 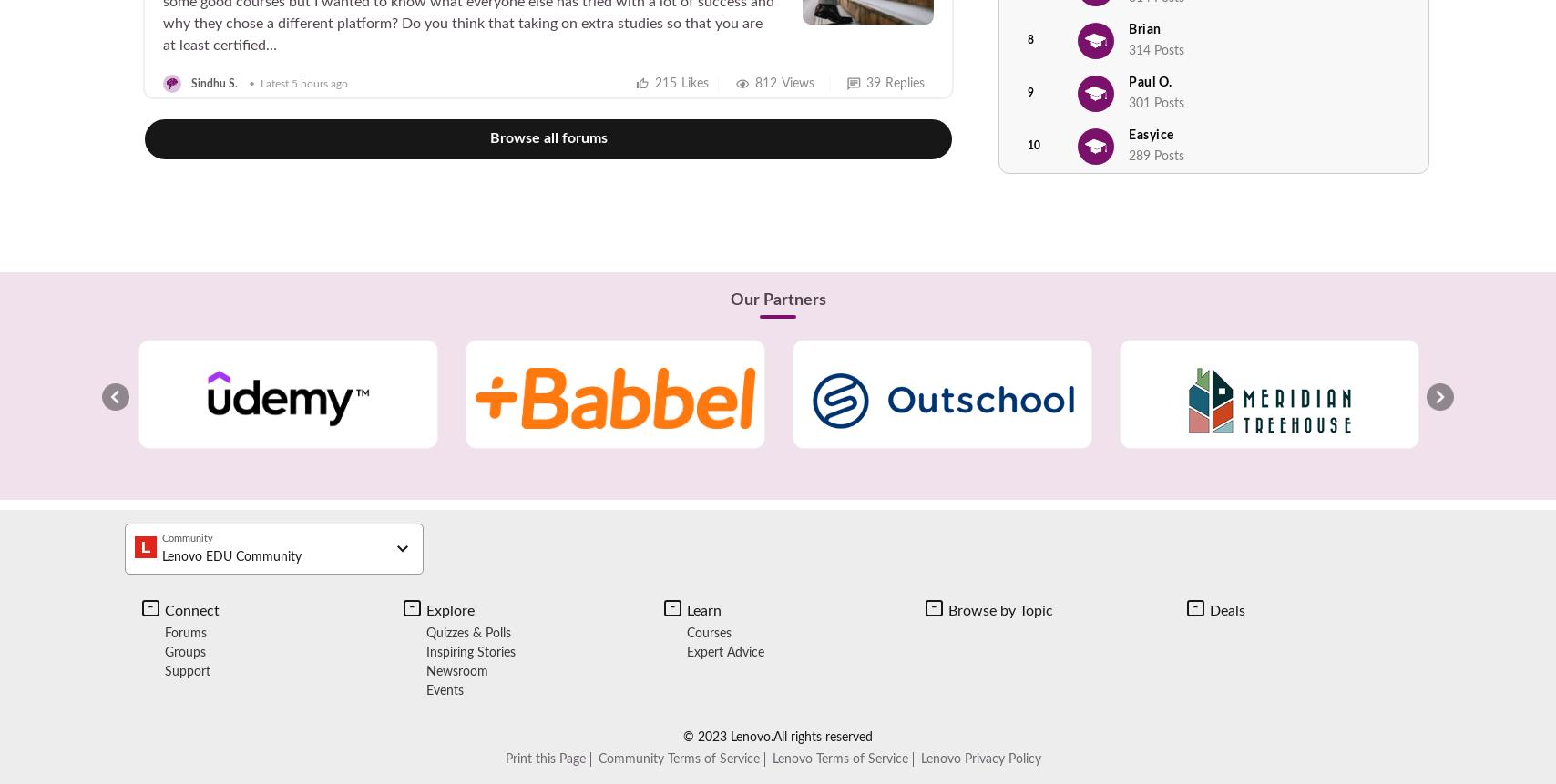 What do you see at coordinates (1030, 92) in the screenshot?
I see `'9'` at bounding box center [1030, 92].